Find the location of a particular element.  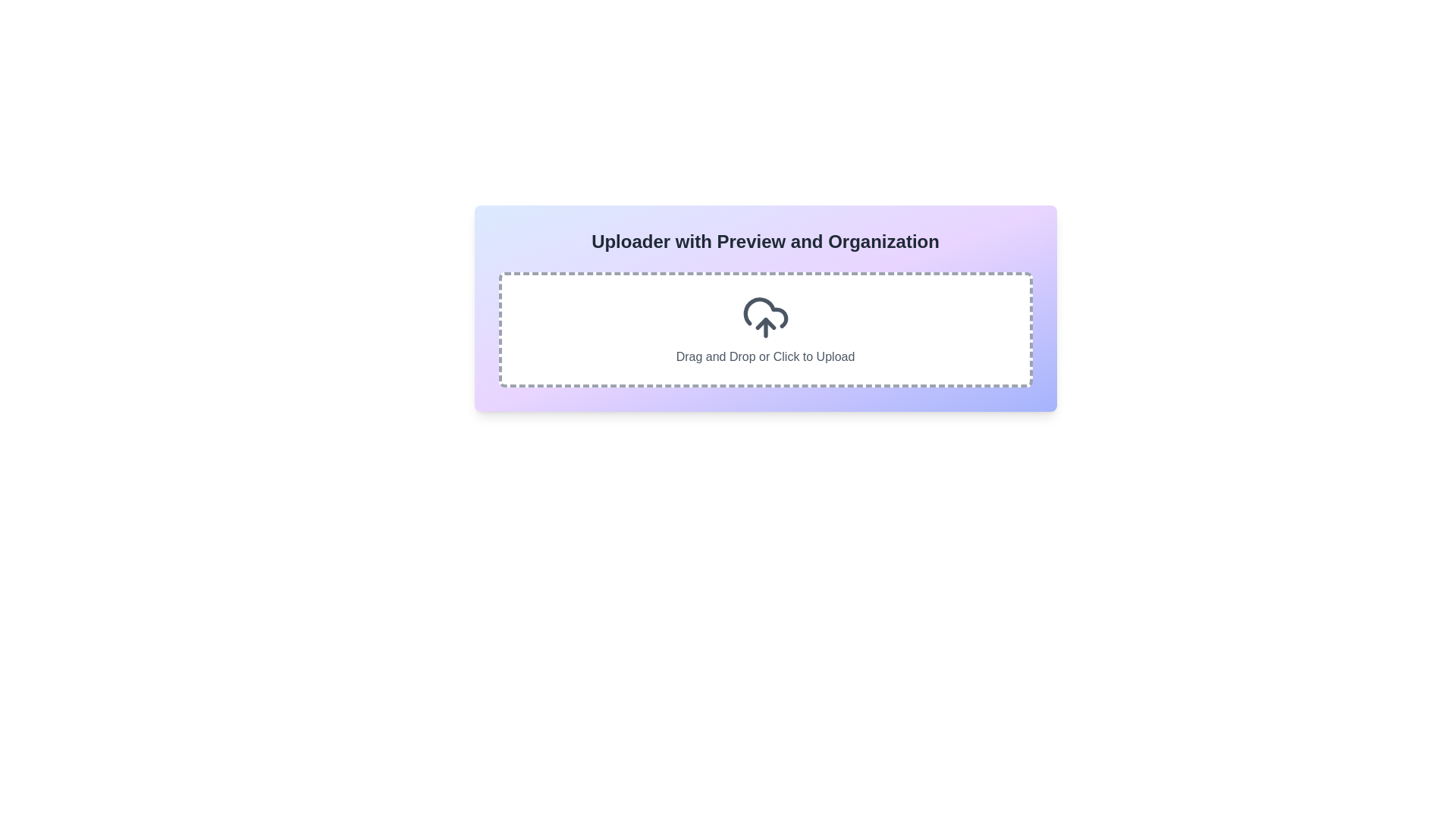

the cloud icon with an upward-pointing arrow, which is prominently displayed in the upload component labeled 'Drag and Drop or Click to Upload' is located at coordinates (765, 317).